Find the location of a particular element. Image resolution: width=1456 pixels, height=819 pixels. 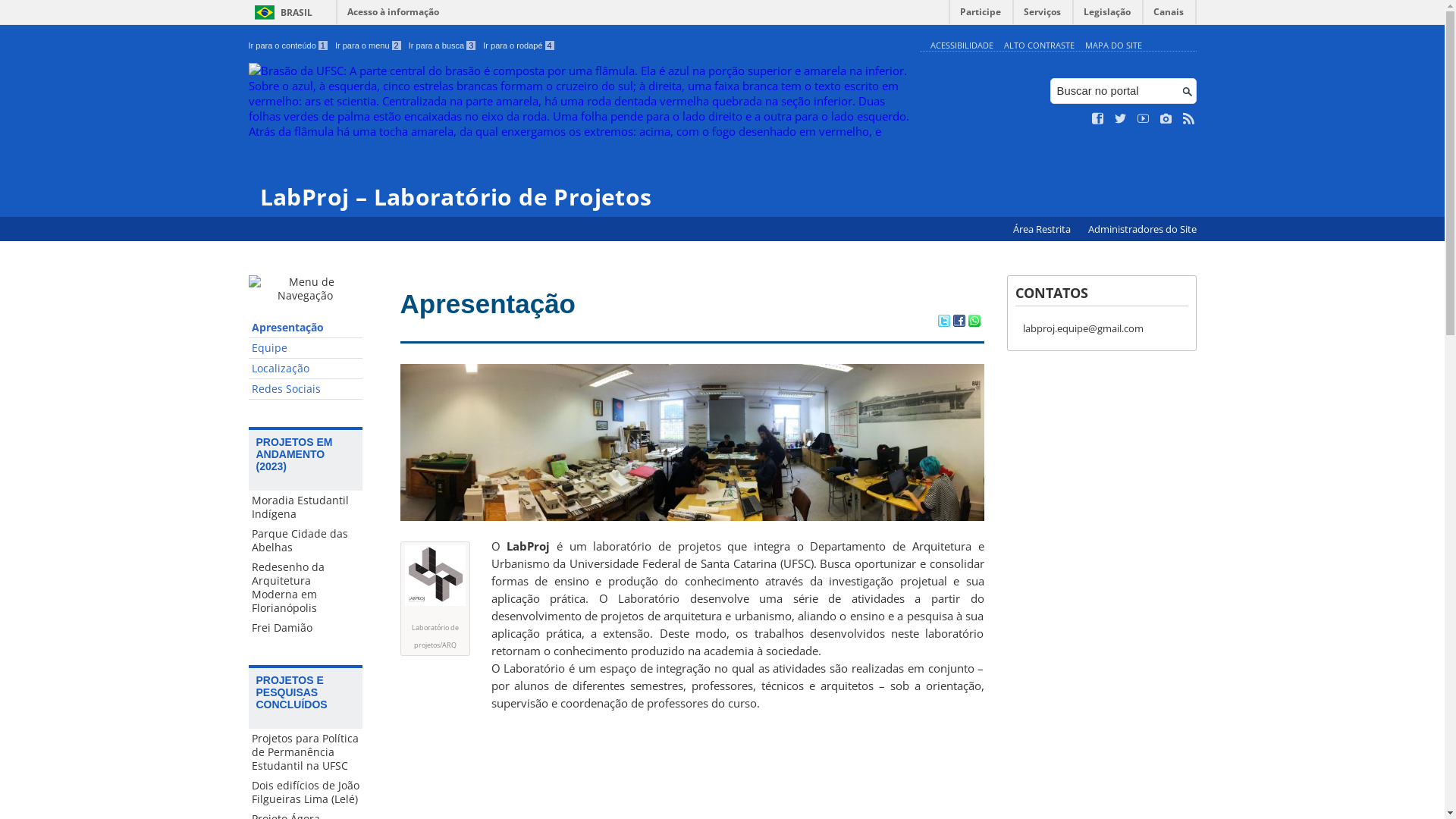

'Redes Sociais' is located at coordinates (248, 388).